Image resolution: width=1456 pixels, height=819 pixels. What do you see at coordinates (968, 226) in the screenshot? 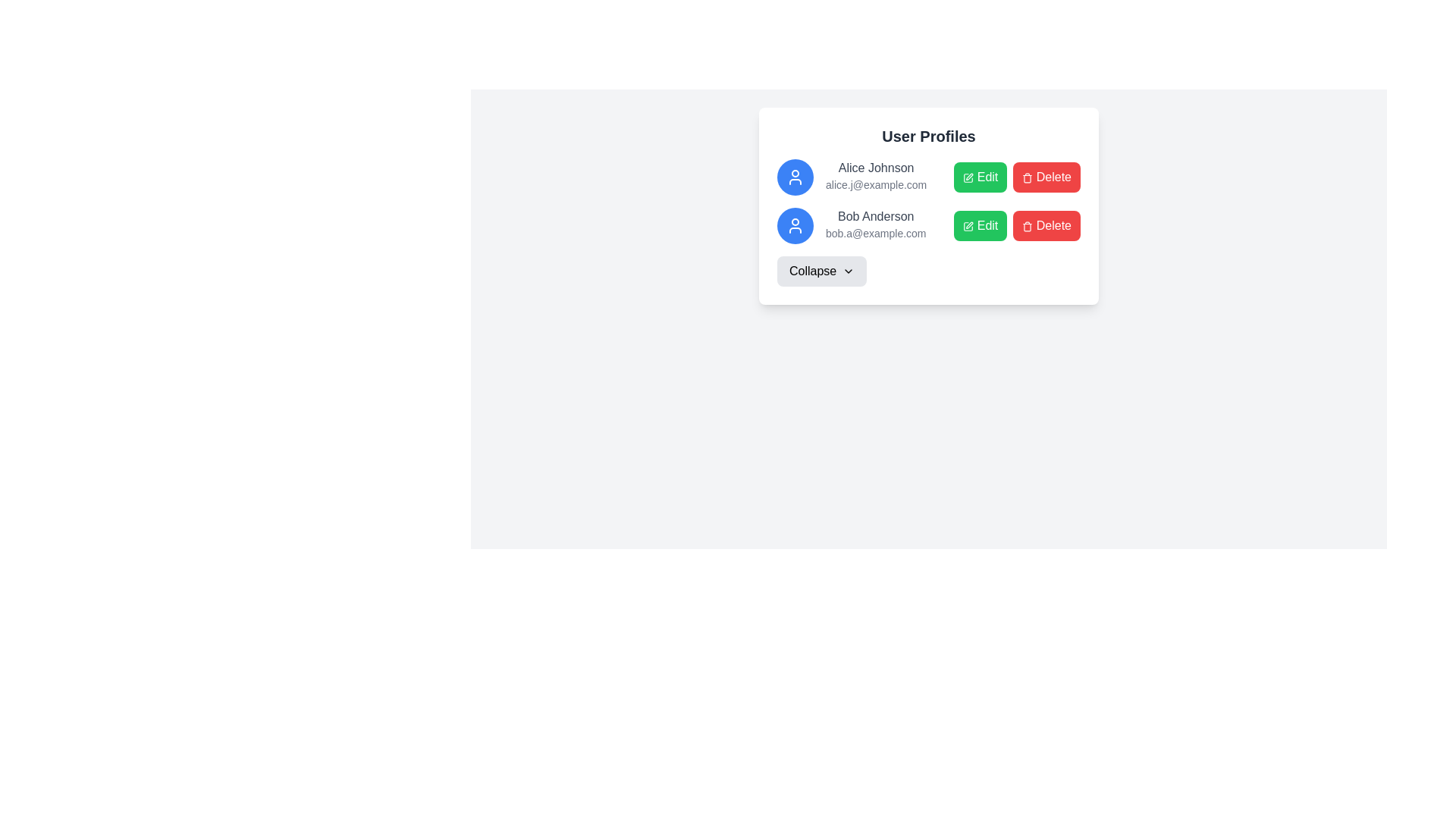
I see `the editing icon located within the green 'Edit' button adjacent to the red 'Delete' button to potentially reveal a tooltip` at bounding box center [968, 226].